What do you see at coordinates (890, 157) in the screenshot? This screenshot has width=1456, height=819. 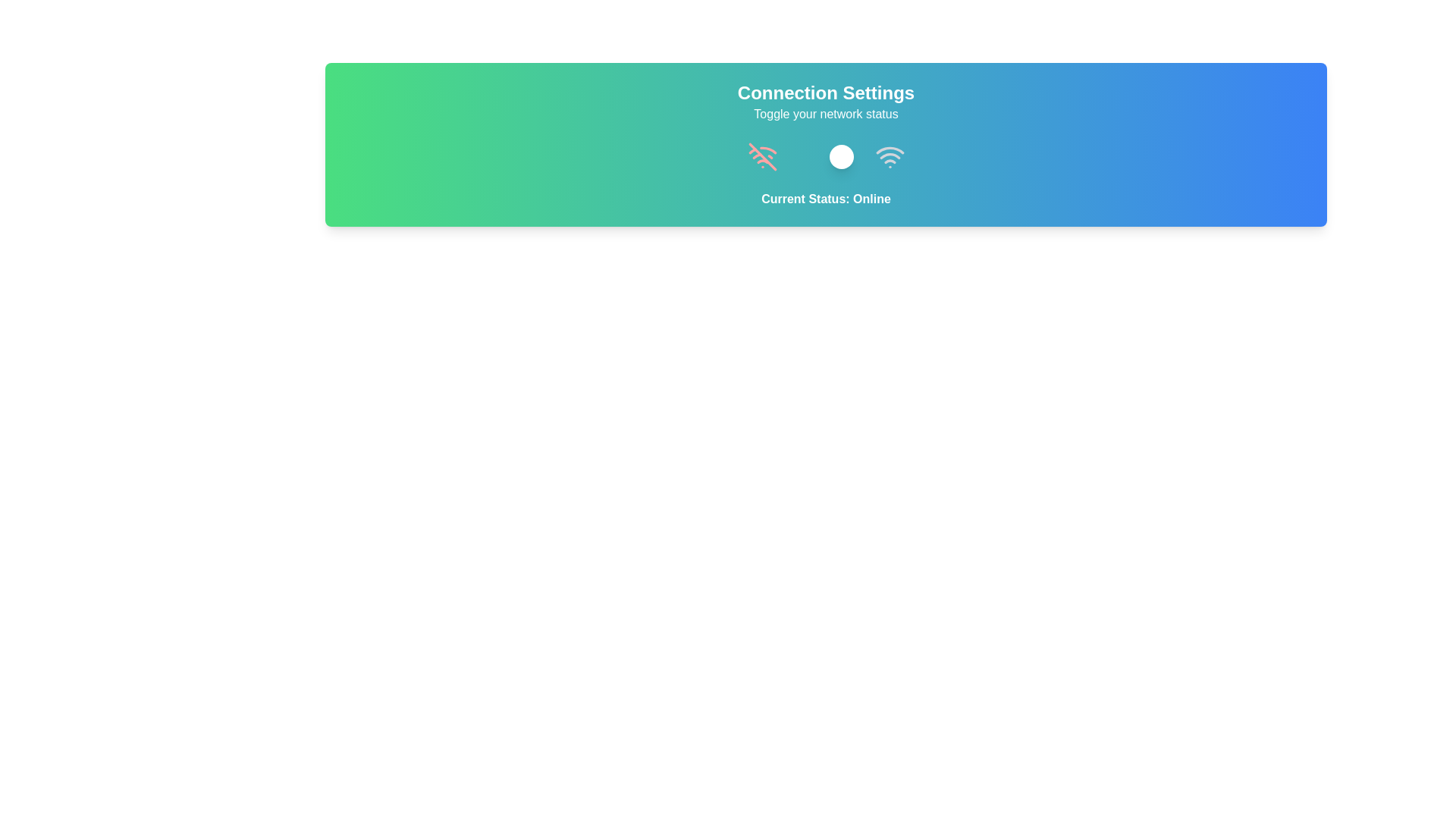 I see `the Wifi icon to toggle the network status` at bounding box center [890, 157].